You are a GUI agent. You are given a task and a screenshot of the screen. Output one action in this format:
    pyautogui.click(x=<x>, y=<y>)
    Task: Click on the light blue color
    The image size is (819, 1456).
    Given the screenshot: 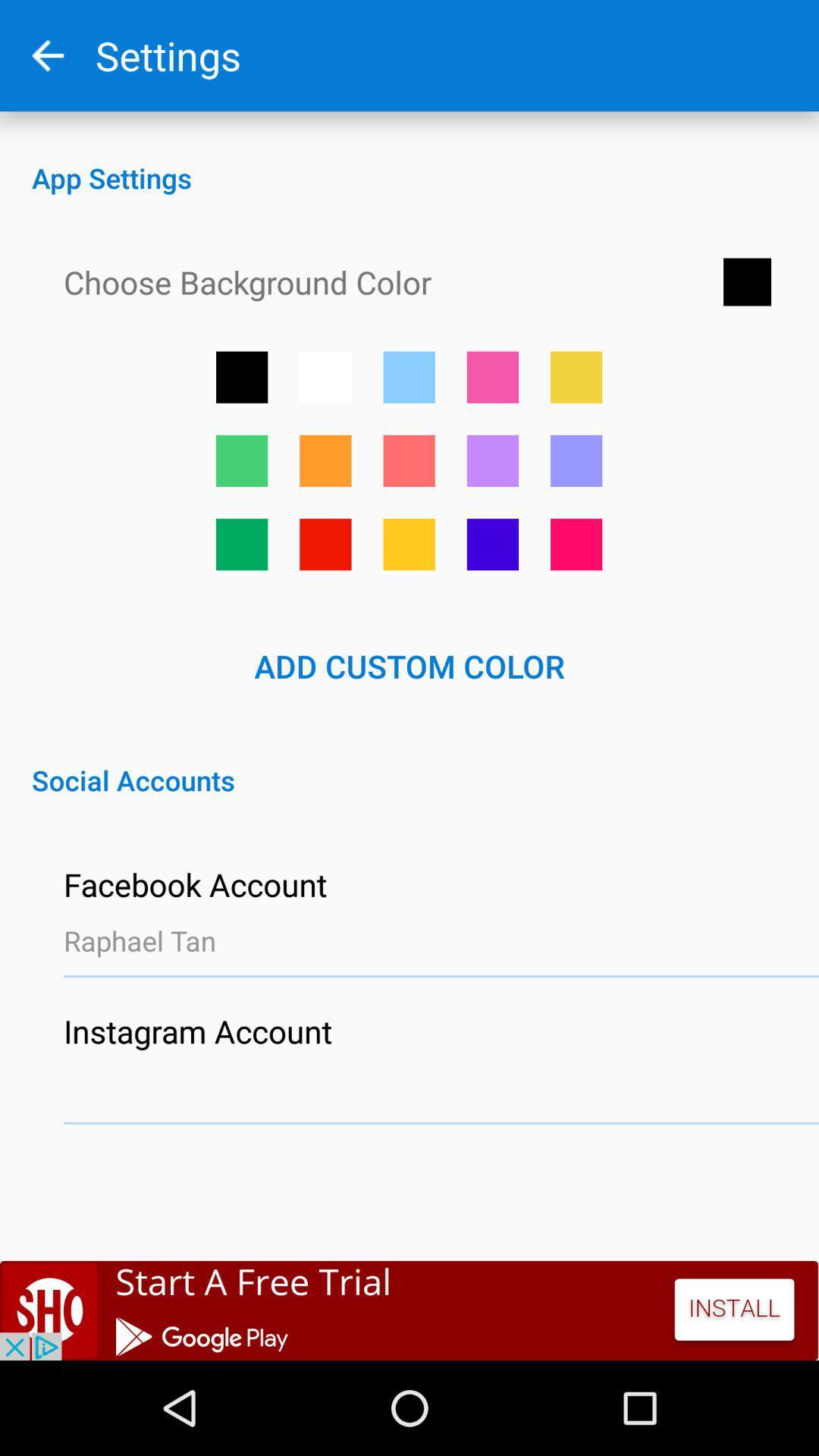 What is the action you would take?
    pyautogui.click(x=408, y=377)
    